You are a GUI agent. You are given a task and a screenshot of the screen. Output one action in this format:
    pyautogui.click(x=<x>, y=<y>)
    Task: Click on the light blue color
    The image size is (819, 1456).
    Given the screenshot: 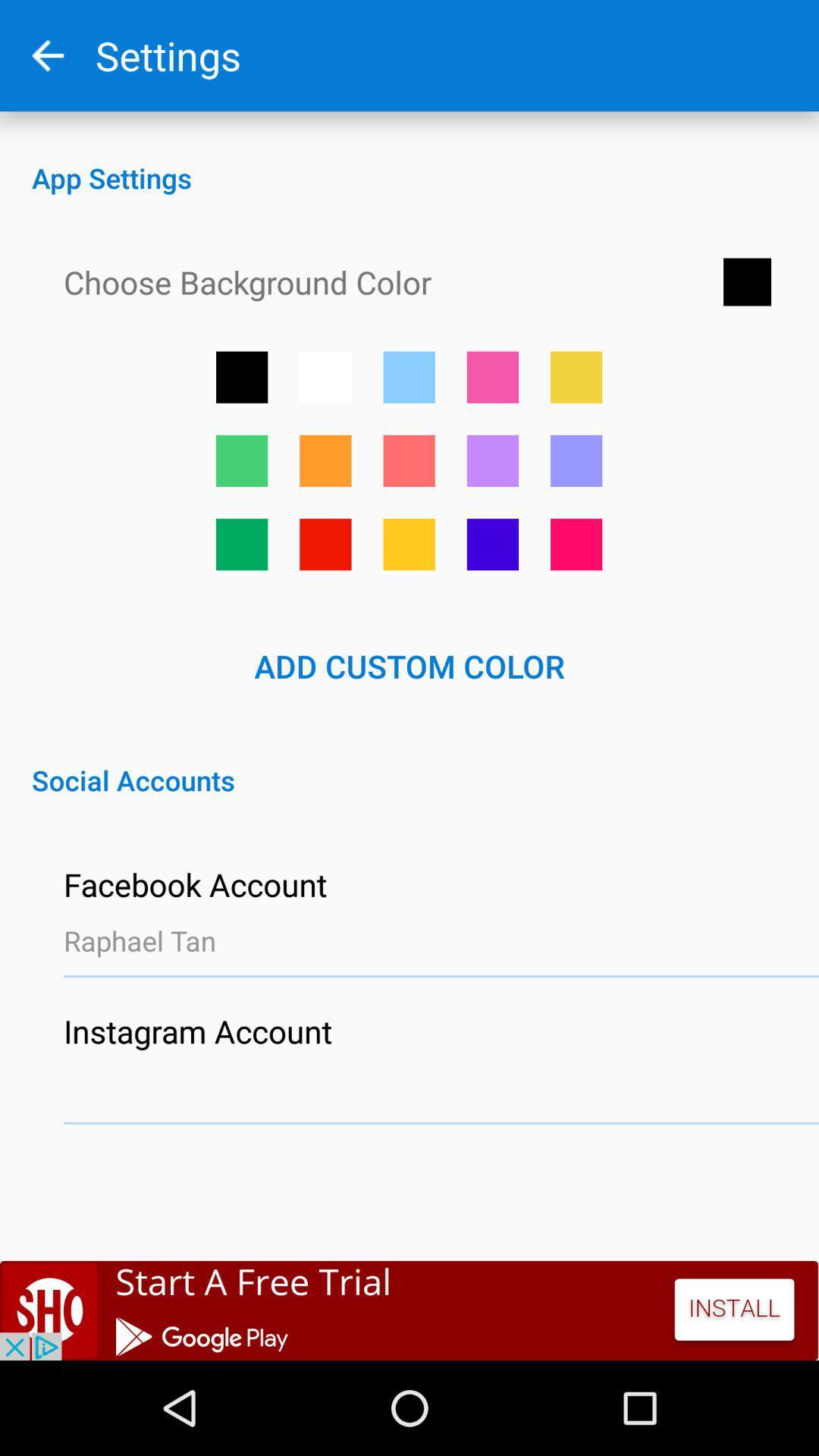 What is the action you would take?
    pyautogui.click(x=408, y=377)
    